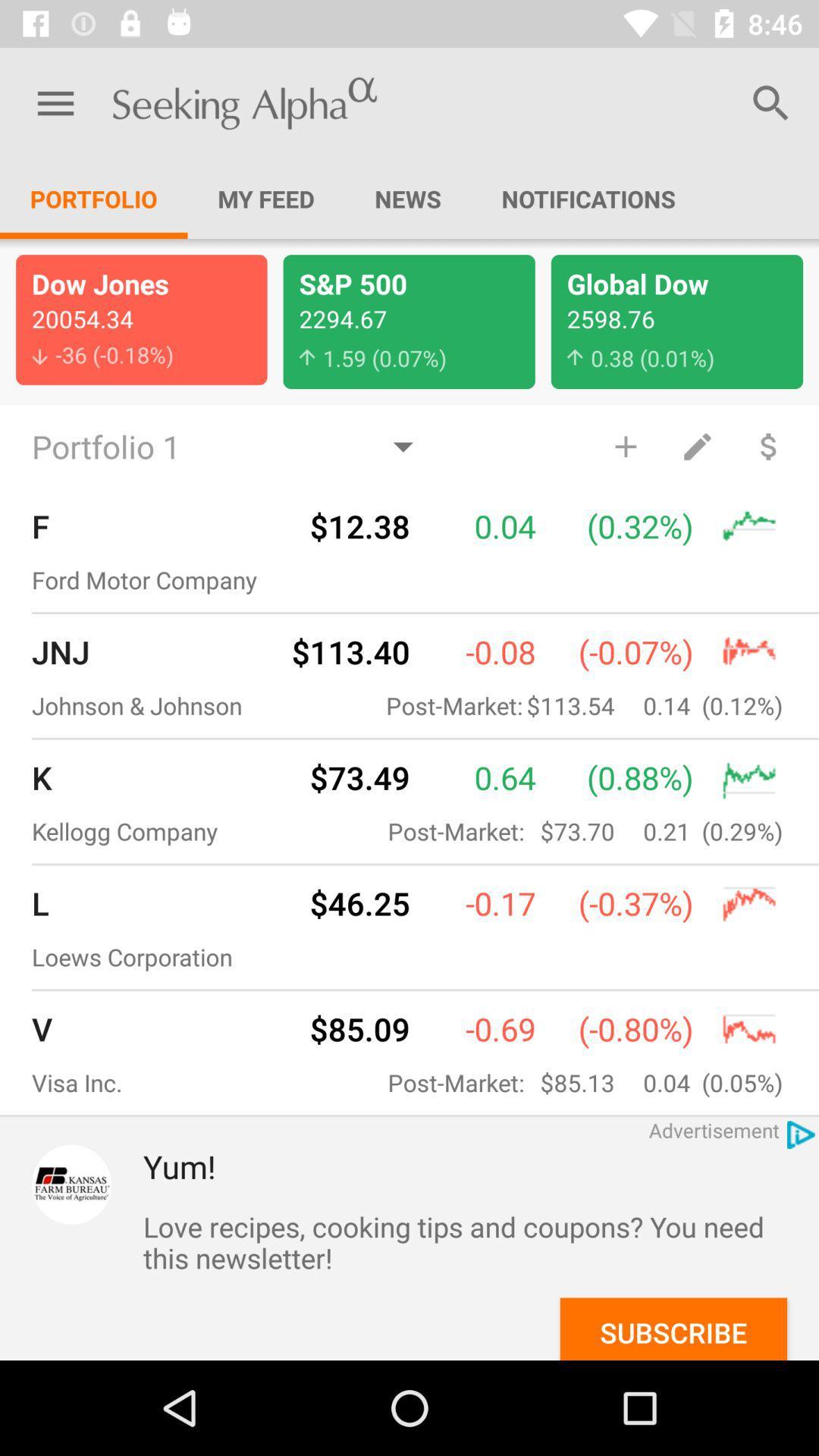 This screenshot has width=819, height=1456. What do you see at coordinates (673, 1328) in the screenshot?
I see `the item below love recipes cooking icon` at bounding box center [673, 1328].